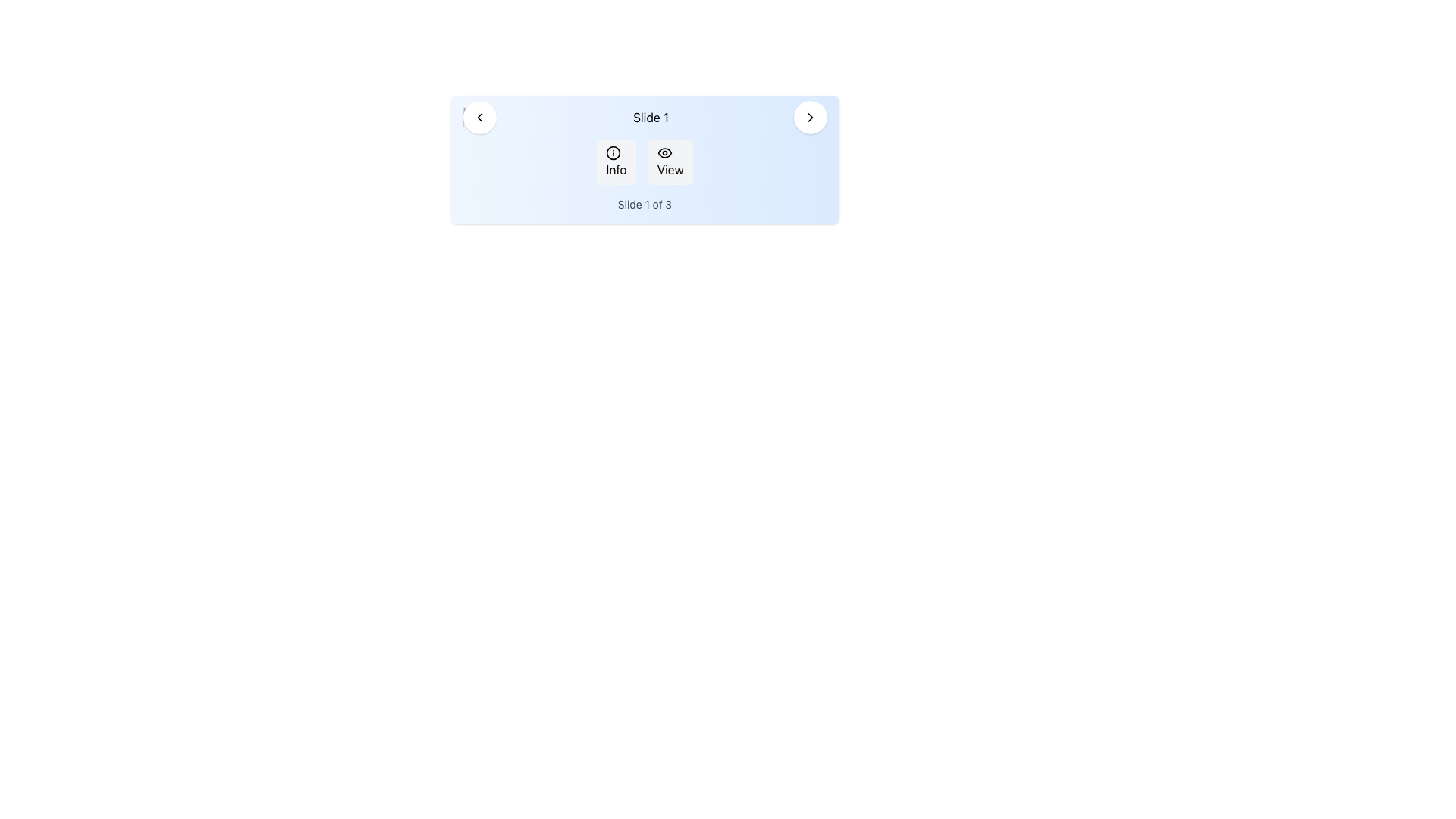 The width and height of the screenshot is (1456, 819). What do you see at coordinates (613, 152) in the screenshot?
I see `the 'Info' icon component, which visually represents an information symbol and is part of the 'Info' button located to the left of the 'View' button in the 'Slide 1' panel` at bounding box center [613, 152].